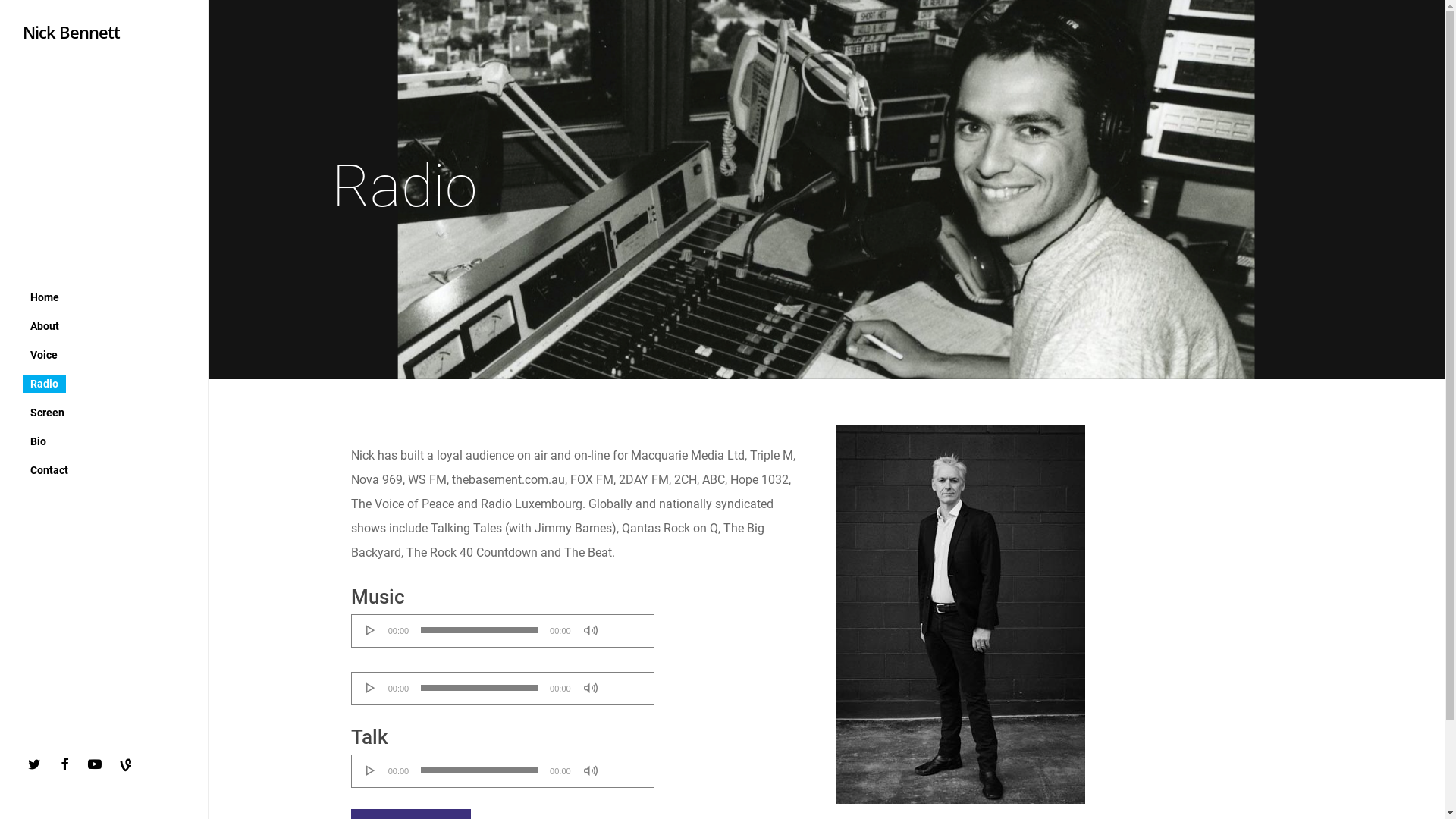 Image resolution: width=1456 pixels, height=819 pixels. Describe the element at coordinates (49, 468) in the screenshot. I see `'Contact'` at that location.